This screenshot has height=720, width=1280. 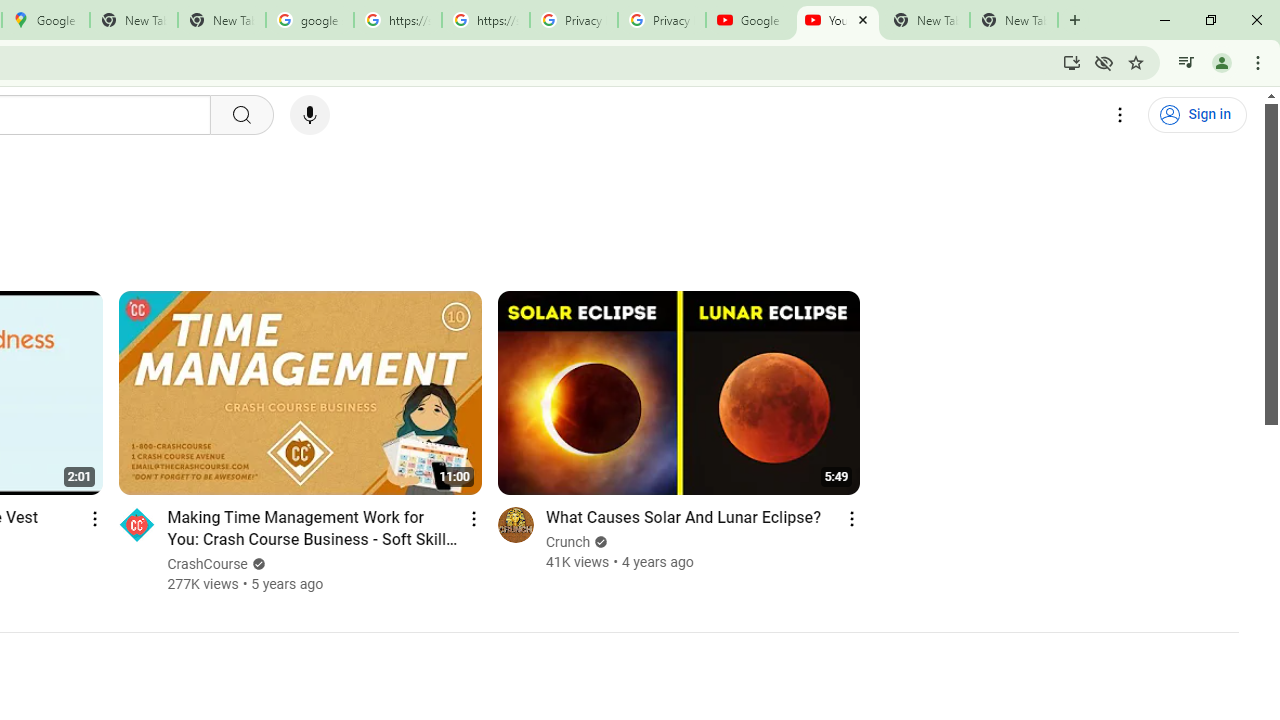 What do you see at coordinates (1014, 20) in the screenshot?
I see `'New Tab'` at bounding box center [1014, 20].